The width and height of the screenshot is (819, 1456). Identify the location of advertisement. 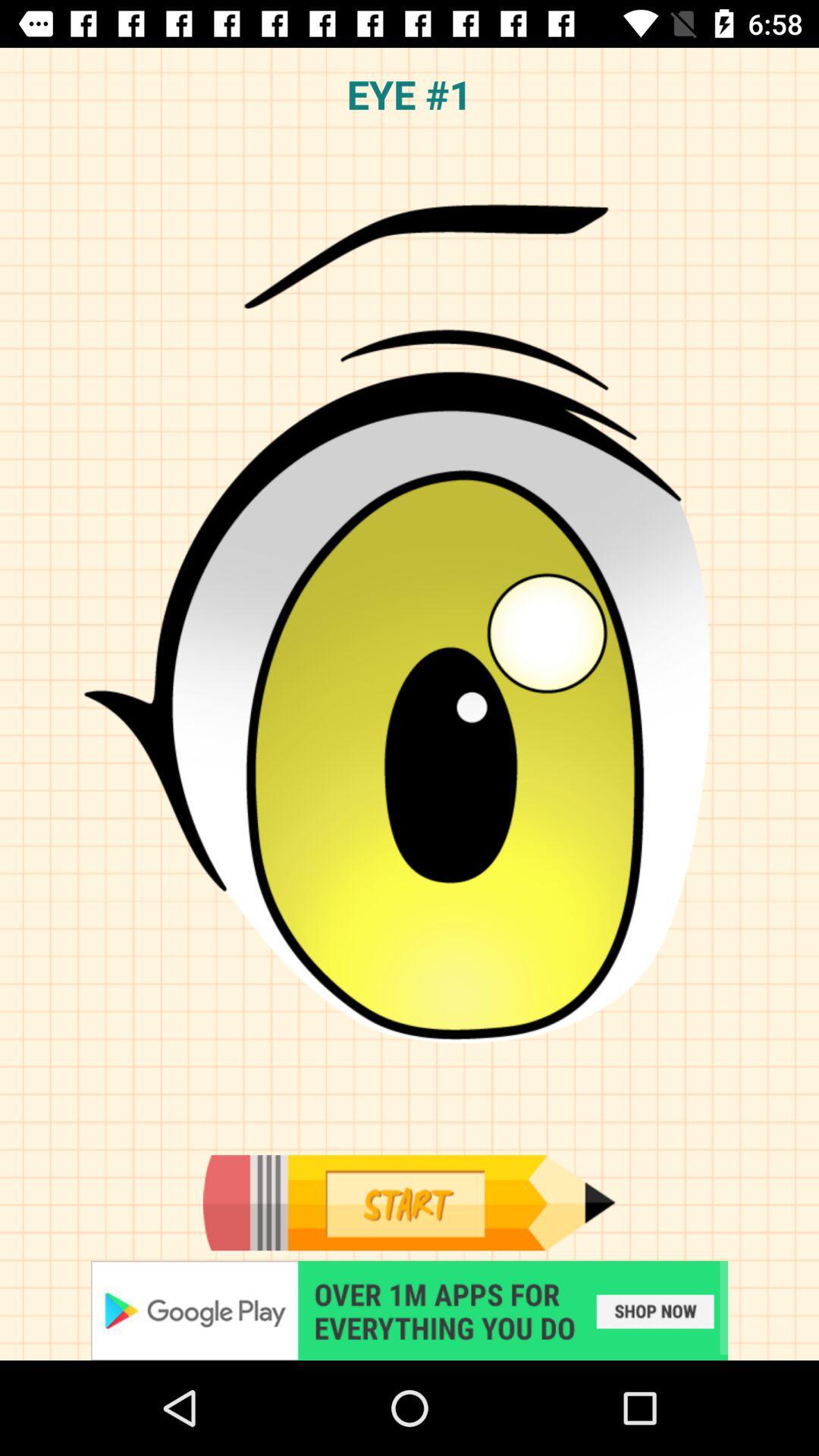
(409, 1310).